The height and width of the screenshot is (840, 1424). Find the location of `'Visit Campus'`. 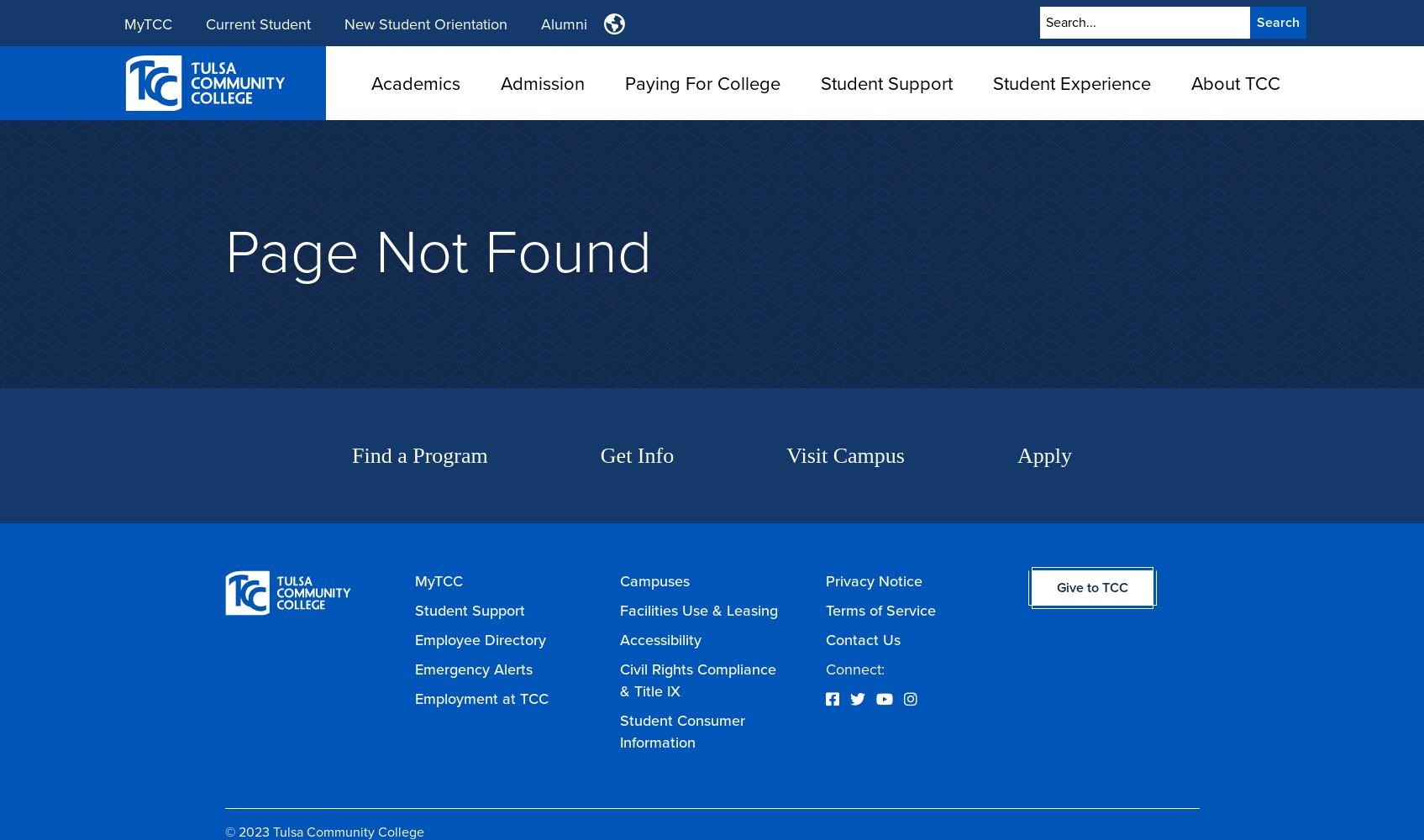

'Visit Campus' is located at coordinates (843, 455).